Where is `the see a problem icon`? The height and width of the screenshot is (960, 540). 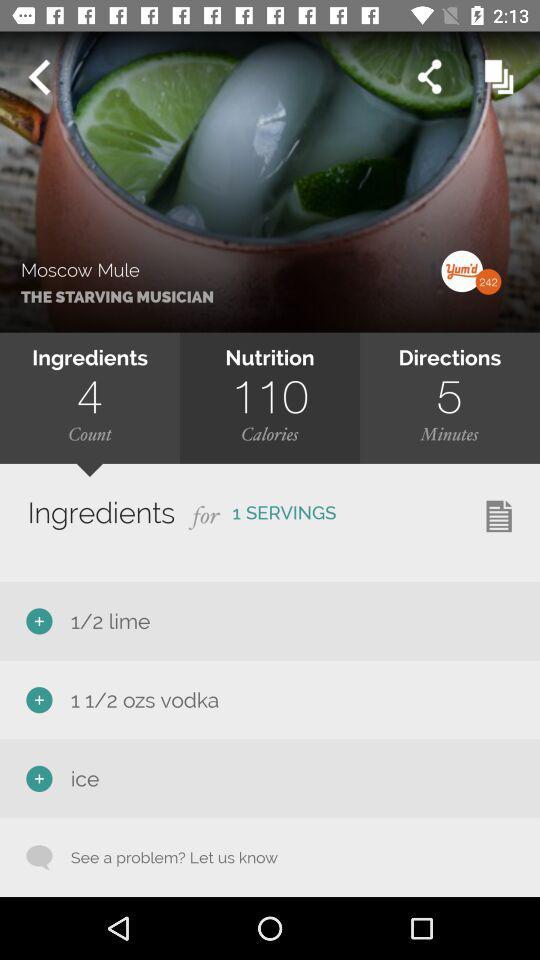
the see a problem icon is located at coordinates (164, 856).